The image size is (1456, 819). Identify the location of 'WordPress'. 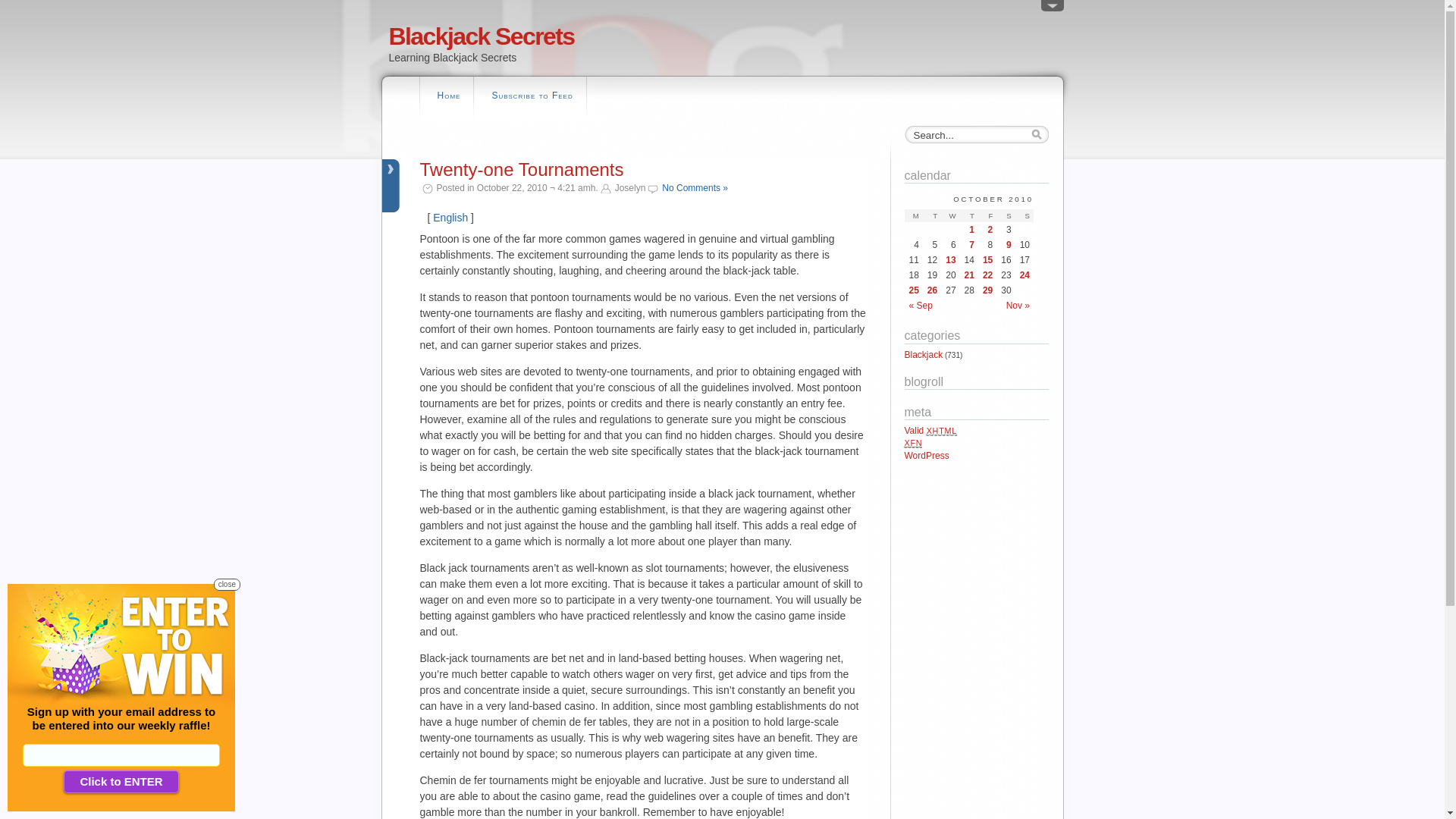
(903, 455).